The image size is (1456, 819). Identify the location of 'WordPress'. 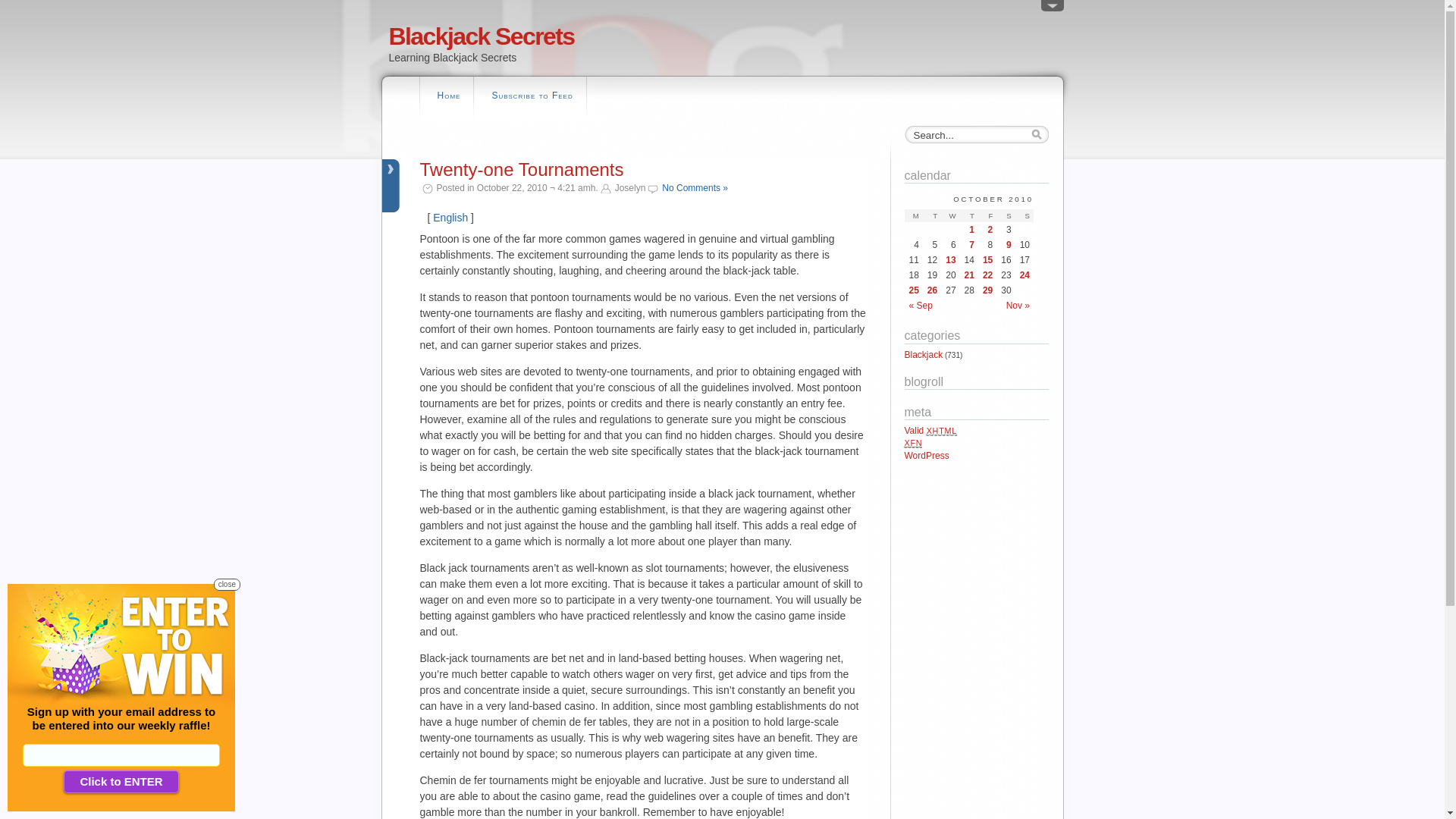
(903, 455).